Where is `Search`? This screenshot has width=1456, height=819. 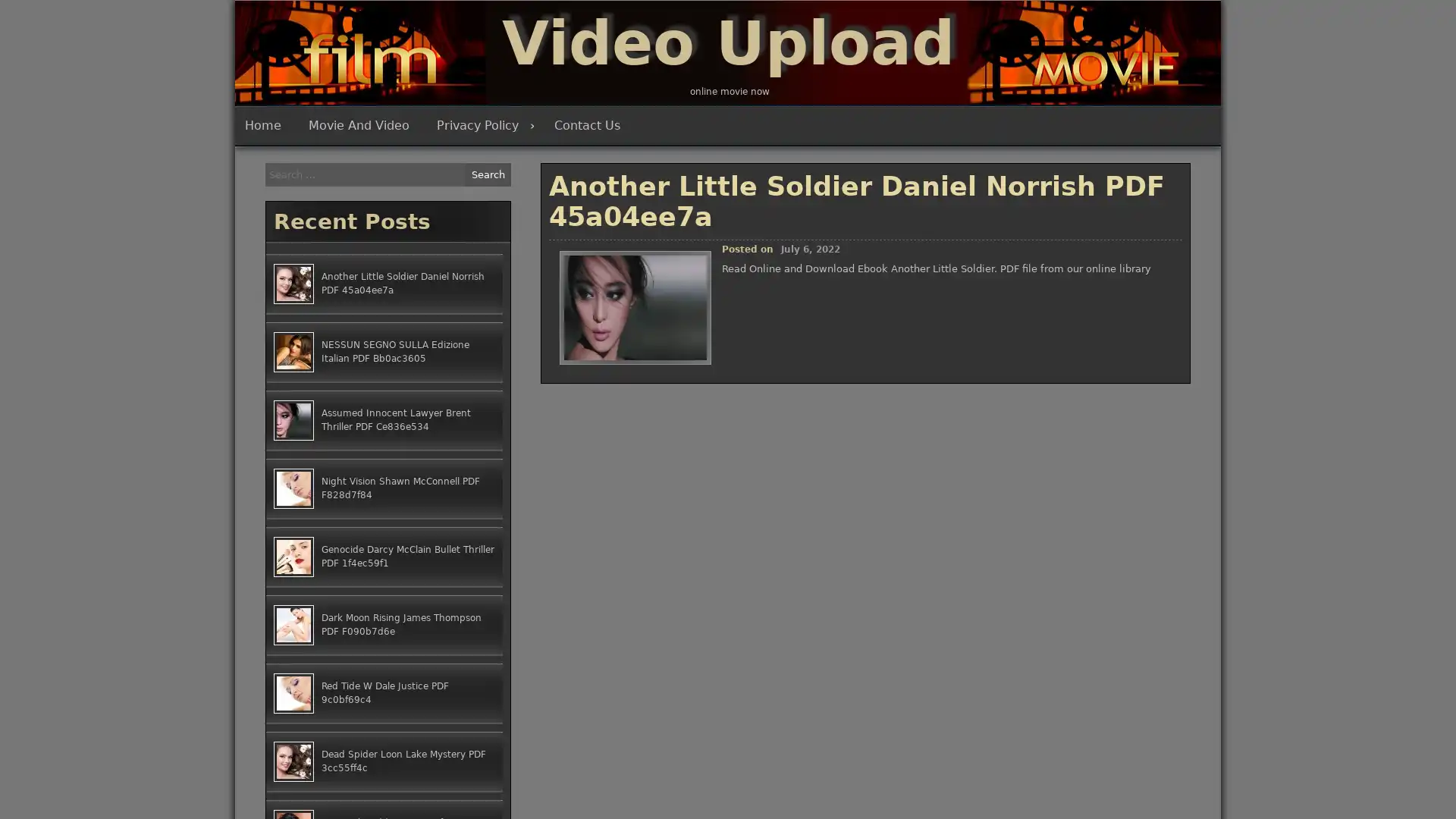
Search is located at coordinates (488, 174).